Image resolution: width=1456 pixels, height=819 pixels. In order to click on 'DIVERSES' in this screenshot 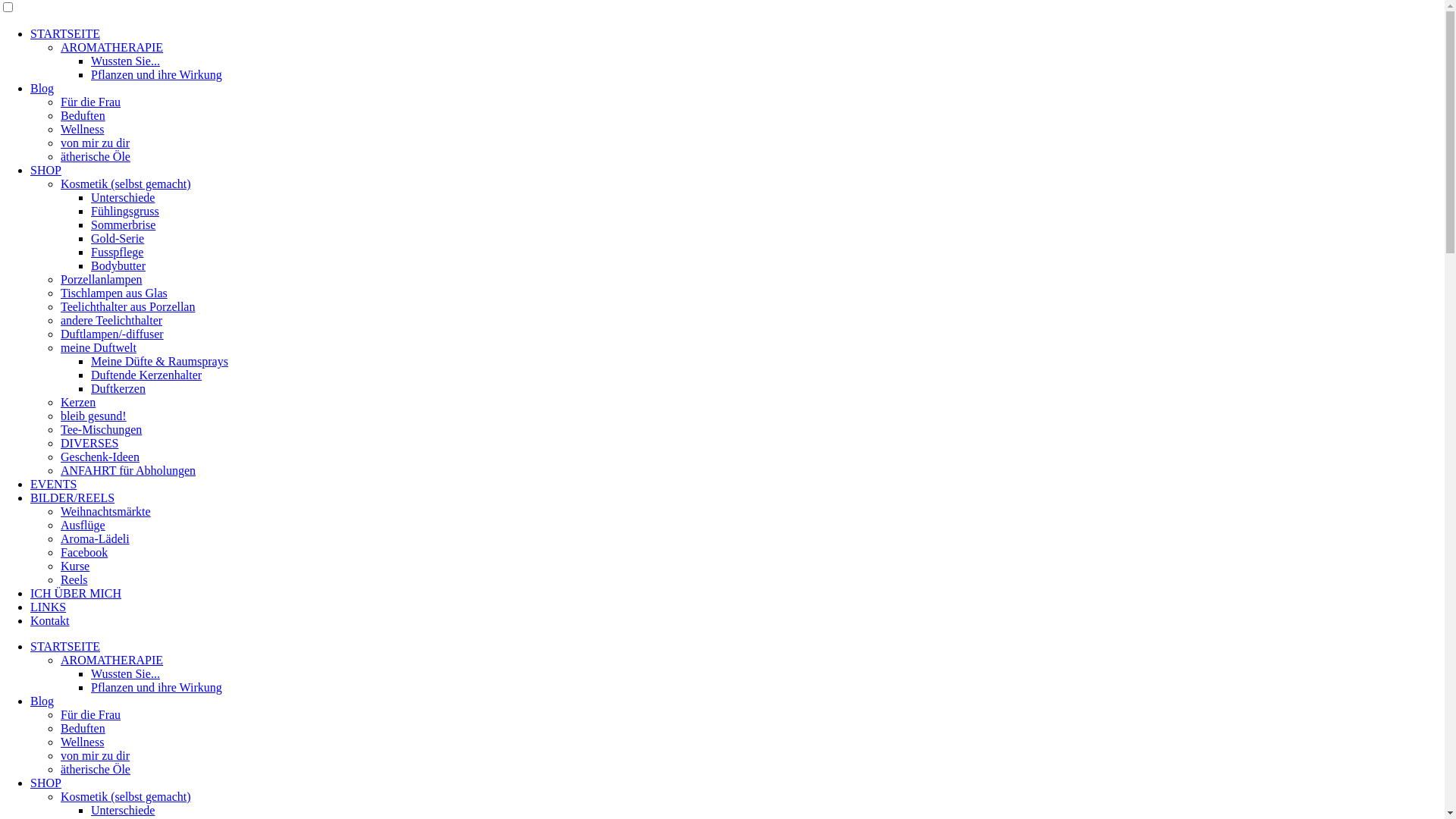, I will do `click(89, 443)`.